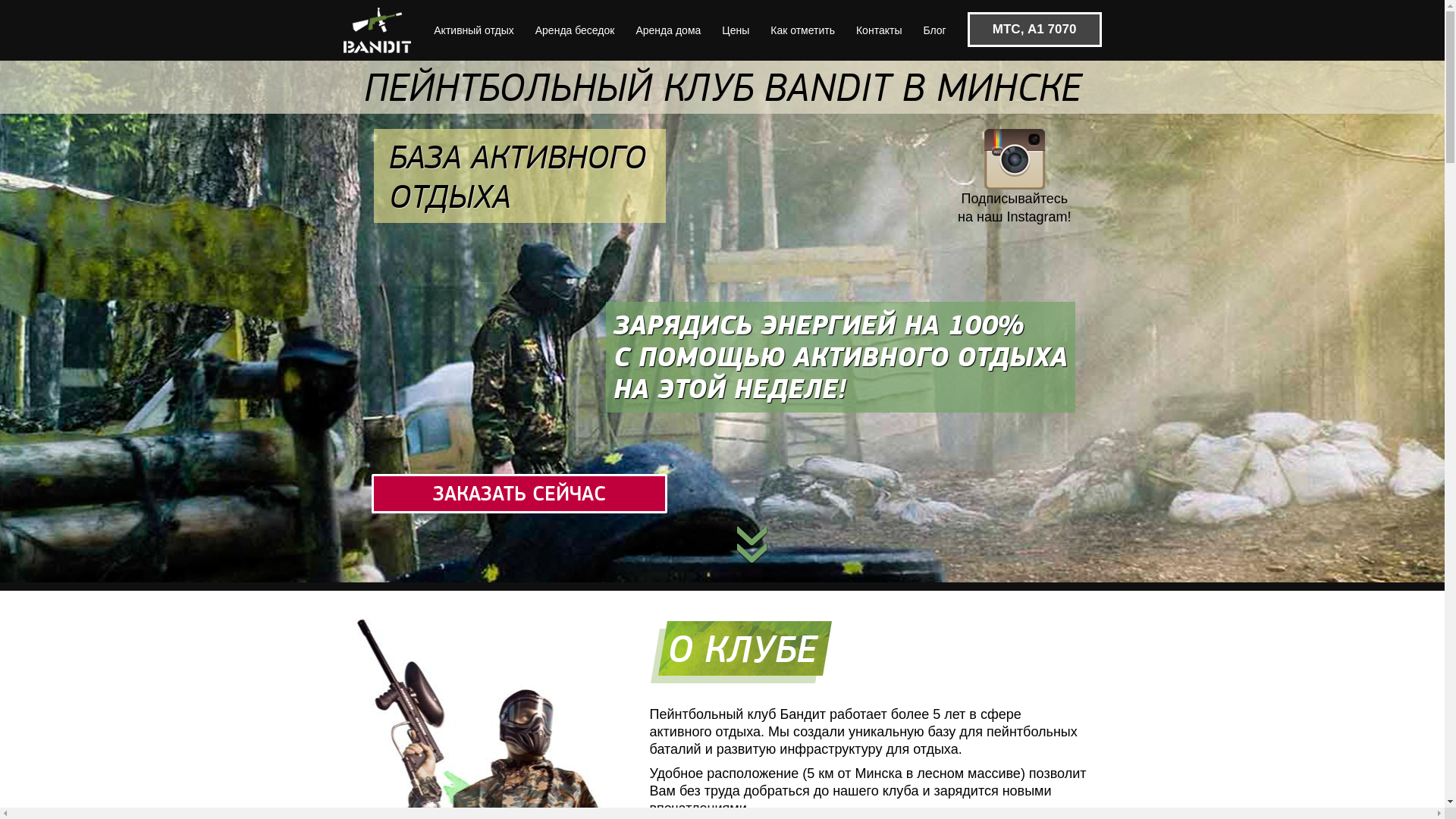 This screenshot has height=819, width=1456. I want to click on 'bandit.by', so click(341, 30).